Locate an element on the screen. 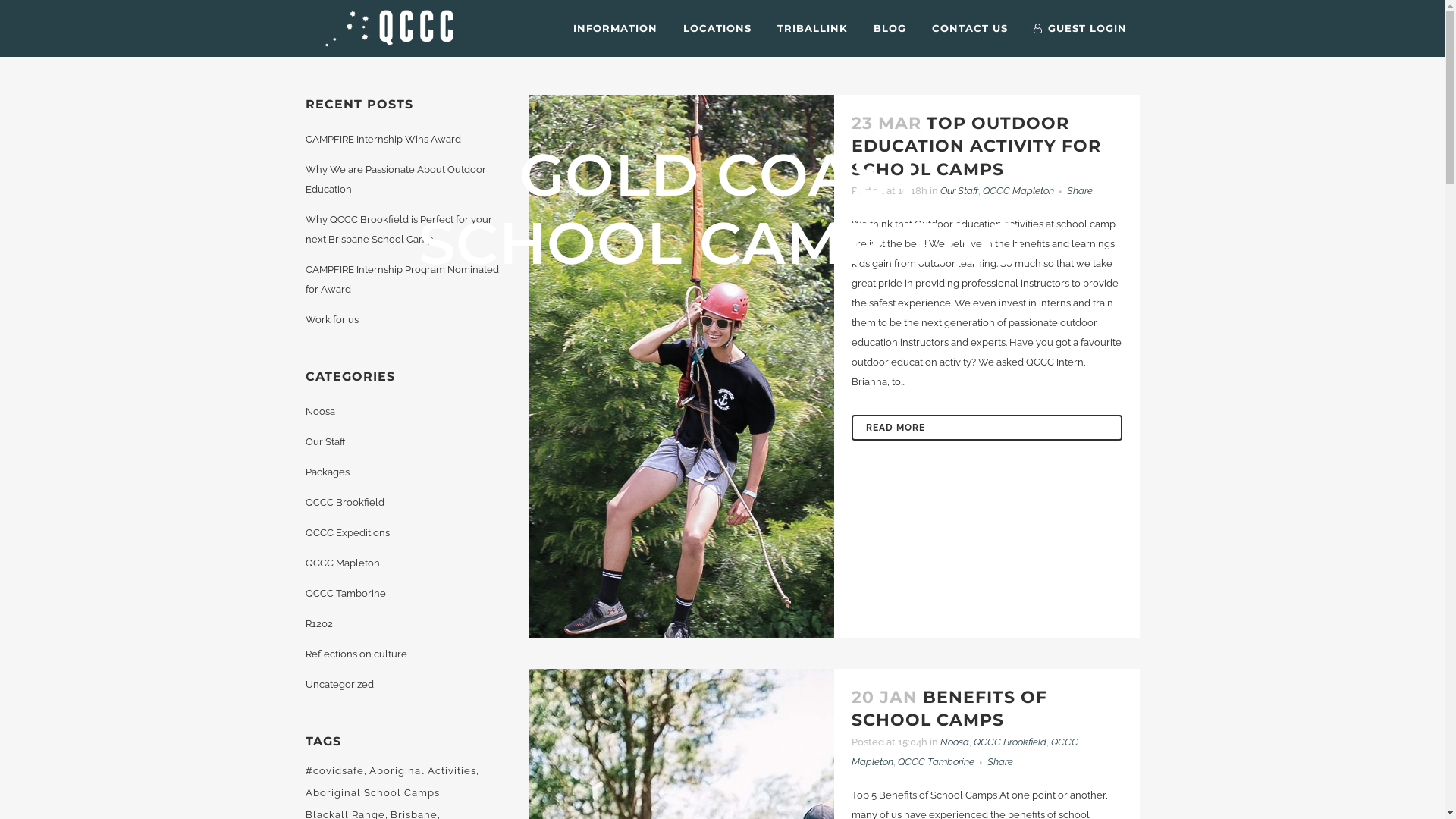 Image resolution: width=1456 pixels, height=819 pixels. 'Packages' is located at coordinates (326, 471).